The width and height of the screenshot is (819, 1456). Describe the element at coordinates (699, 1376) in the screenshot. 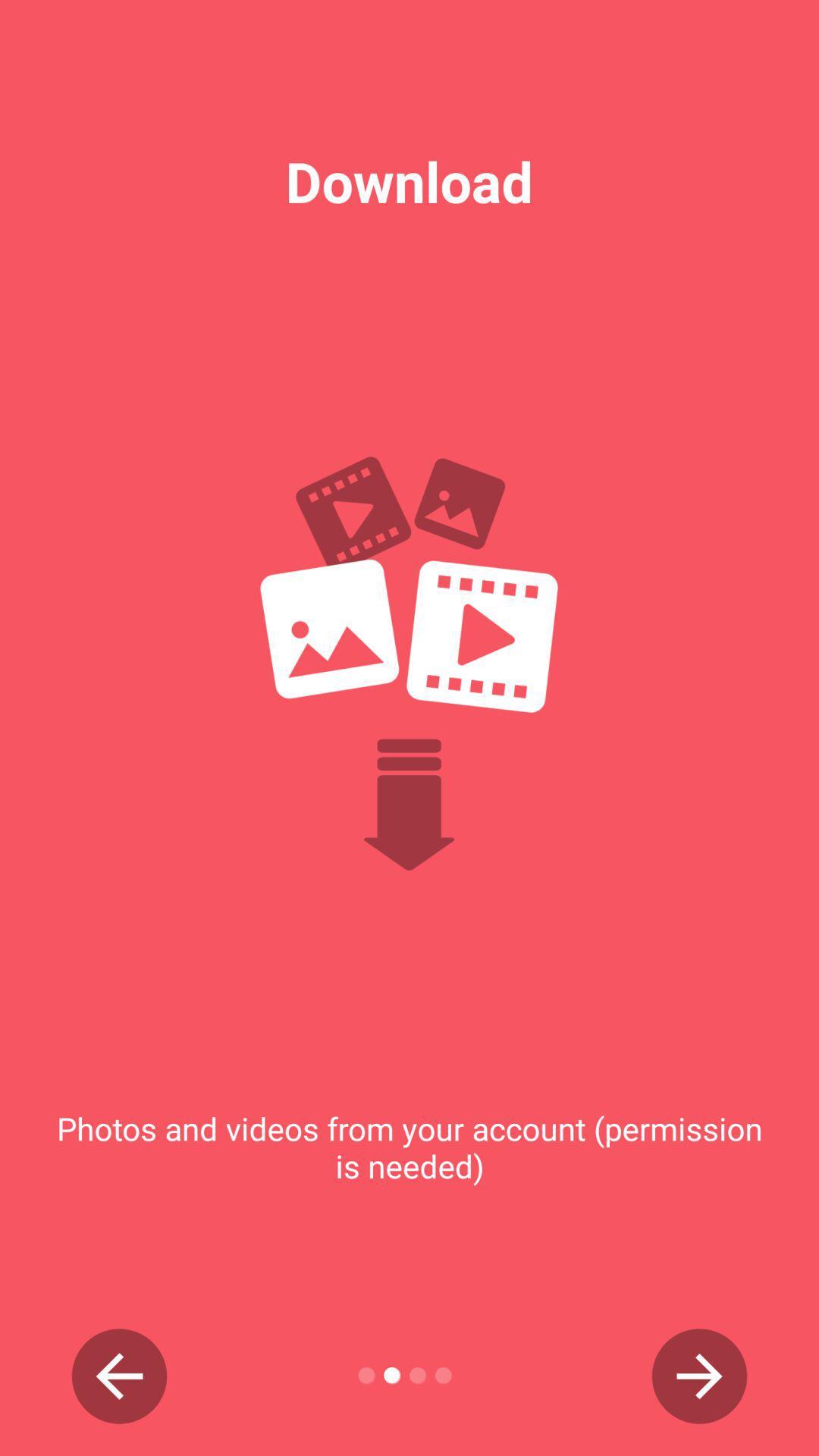

I see `next screen` at that location.